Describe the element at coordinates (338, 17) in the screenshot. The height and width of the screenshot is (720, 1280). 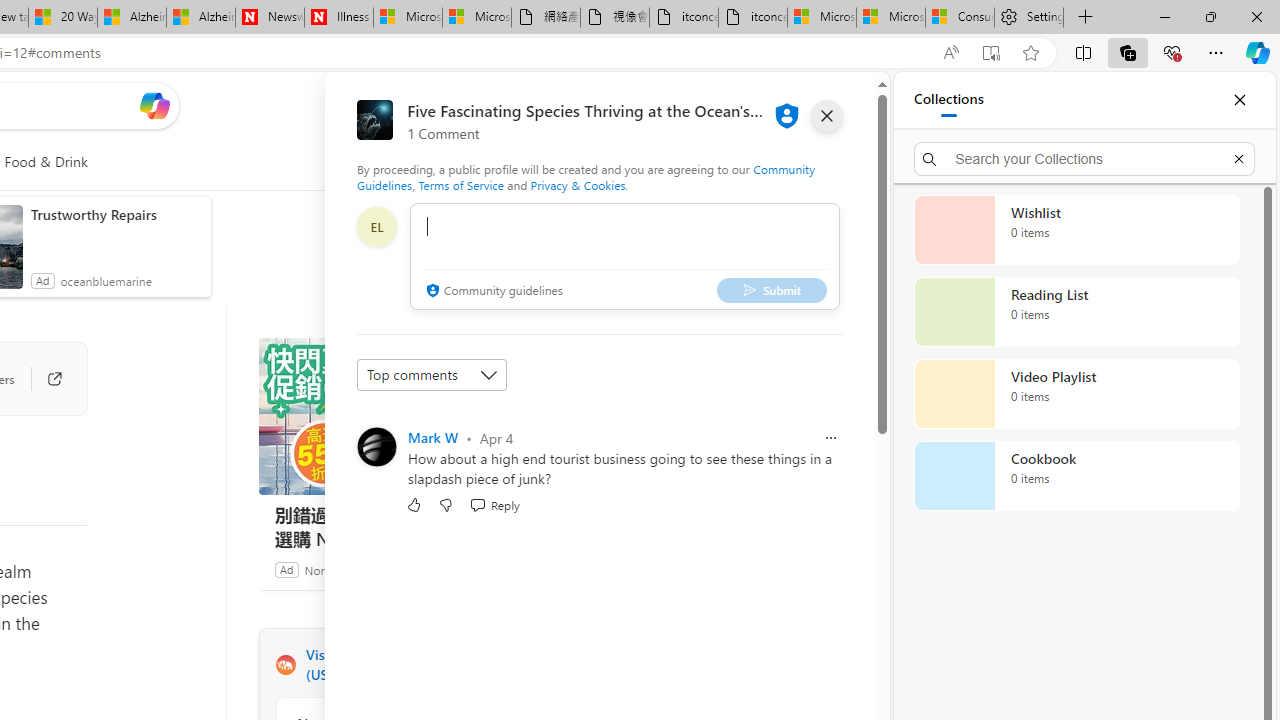
I see `'Illness news & latest pictures from Newsweek.com'` at that location.